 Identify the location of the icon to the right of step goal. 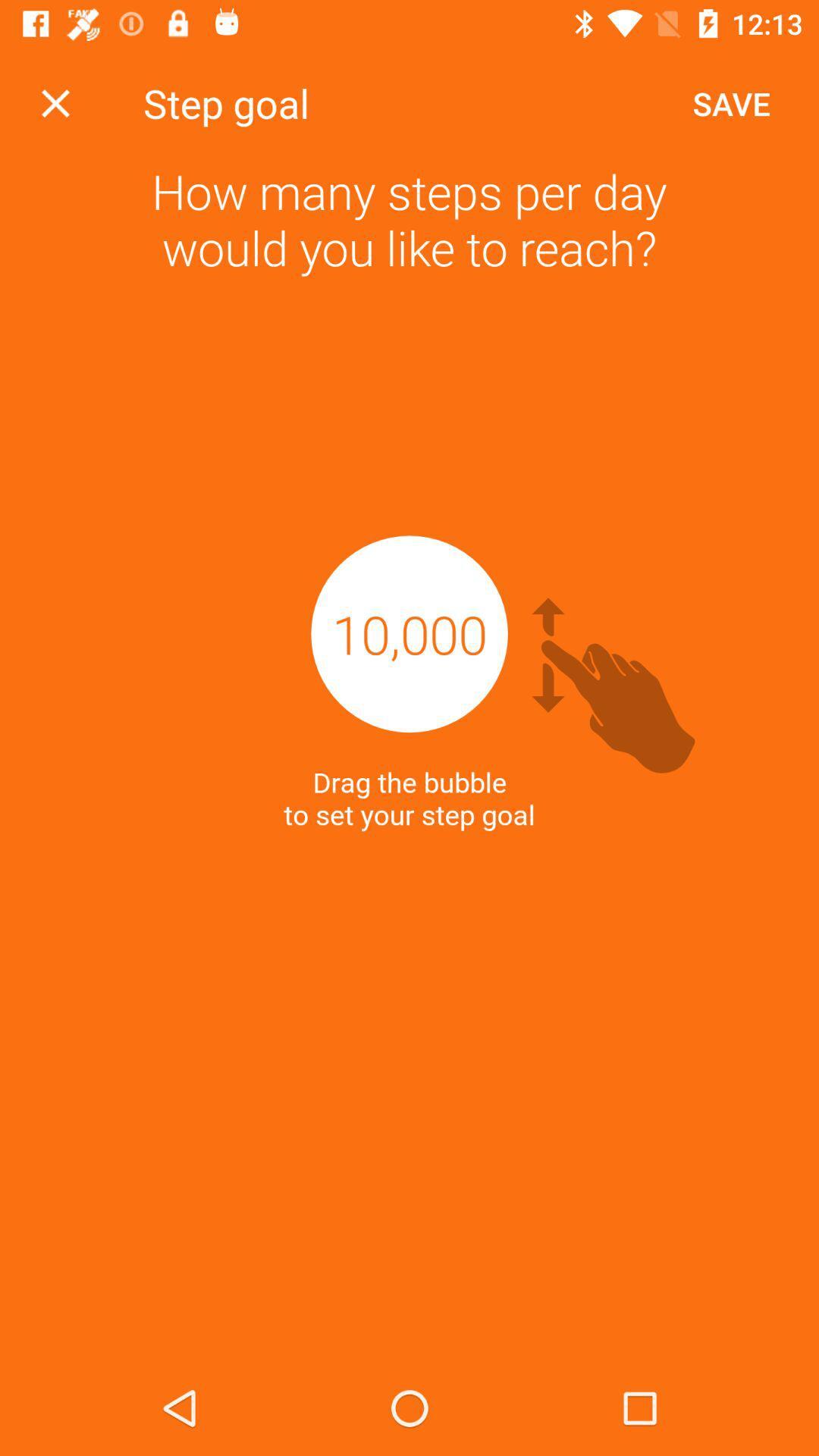
(730, 102).